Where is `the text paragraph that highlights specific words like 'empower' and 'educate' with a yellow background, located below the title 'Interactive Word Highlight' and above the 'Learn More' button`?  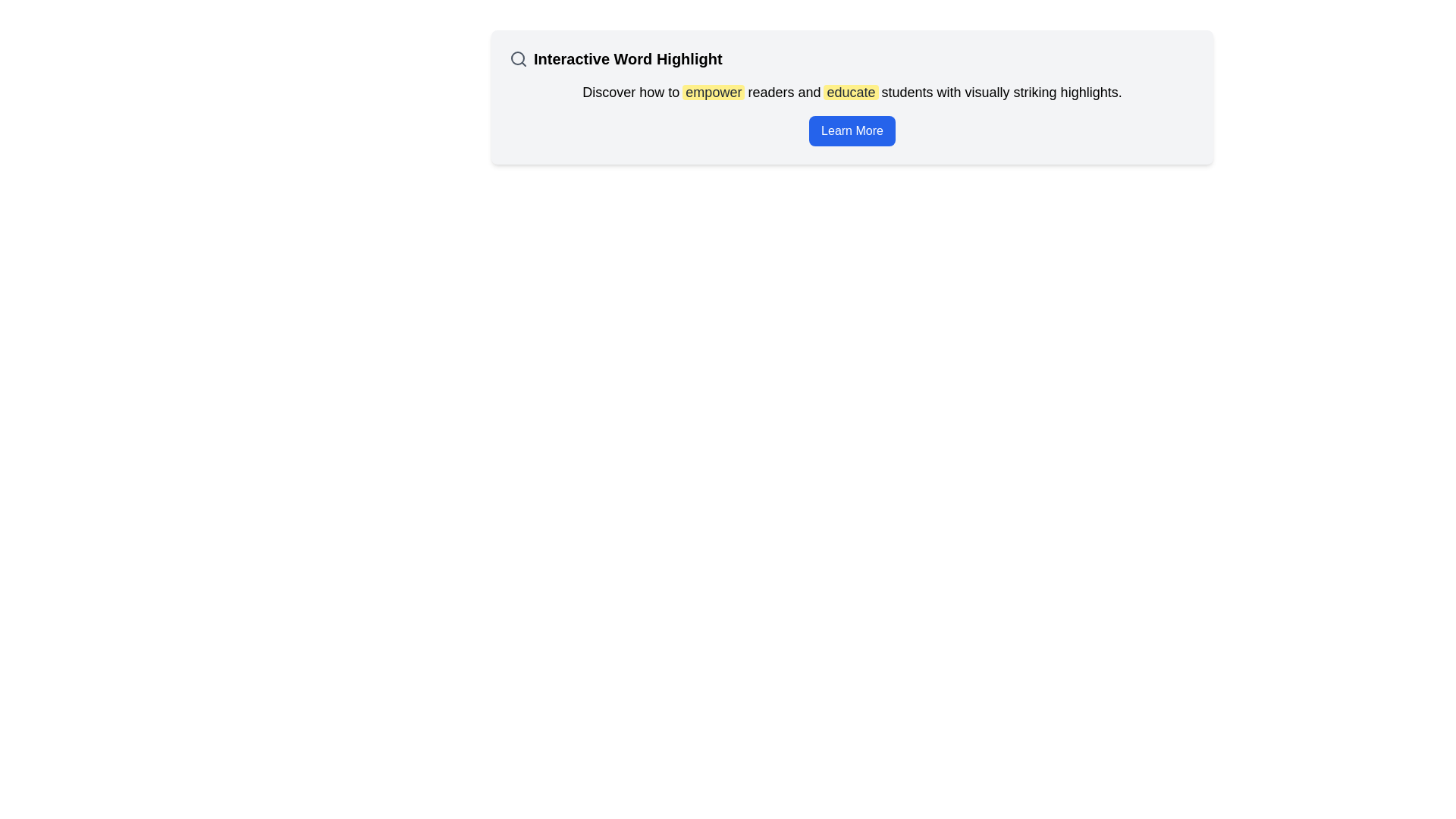
the text paragraph that highlights specific words like 'empower' and 'educate' with a yellow background, located below the title 'Interactive Word Highlight' and above the 'Learn More' button is located at coordinates (852, 93).